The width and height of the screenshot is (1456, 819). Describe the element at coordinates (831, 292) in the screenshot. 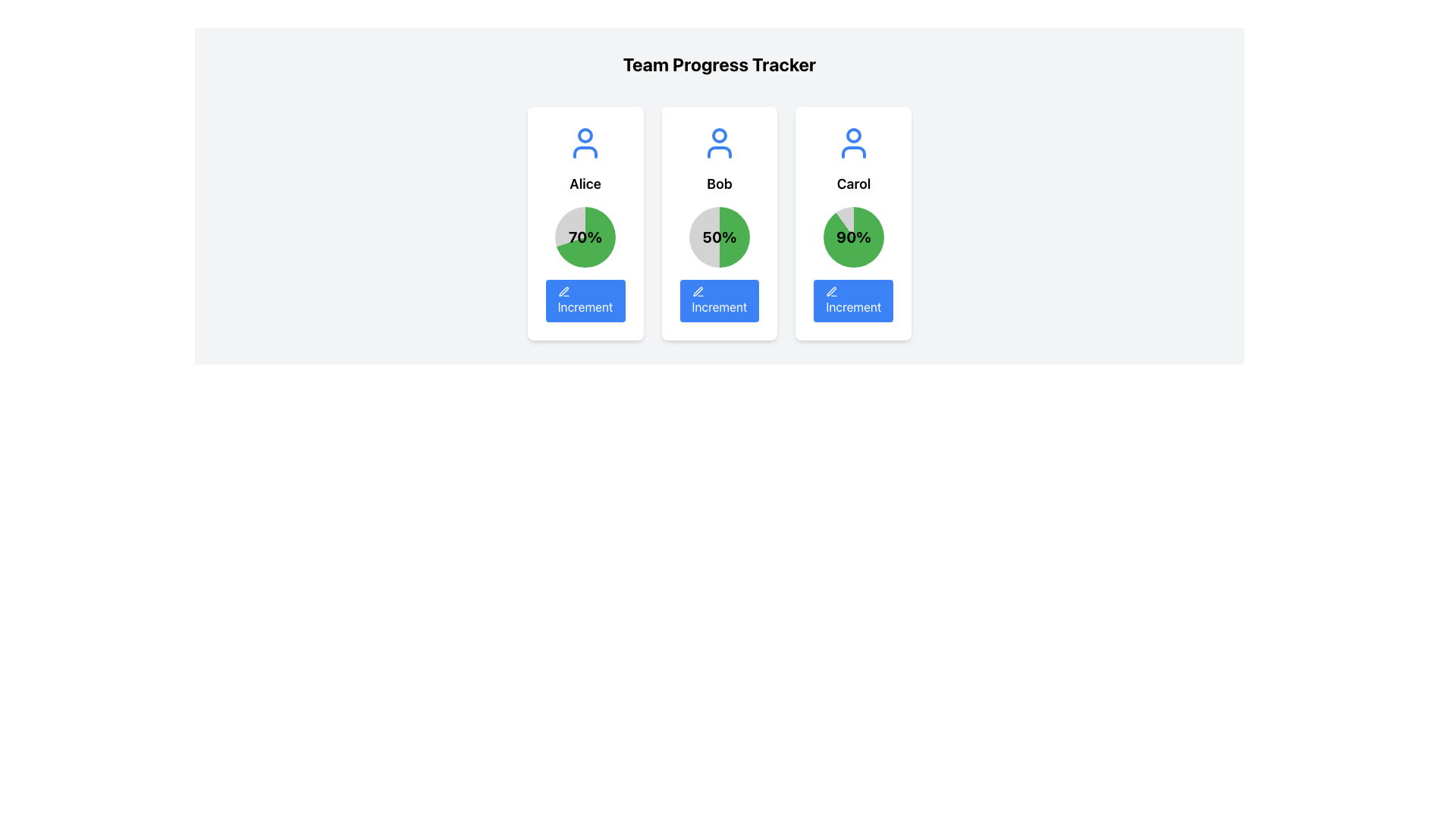

I see `the decorative icon enhancing the 'Increment' button associated with 'Bob', which is located towards the left side of the button` at that location.